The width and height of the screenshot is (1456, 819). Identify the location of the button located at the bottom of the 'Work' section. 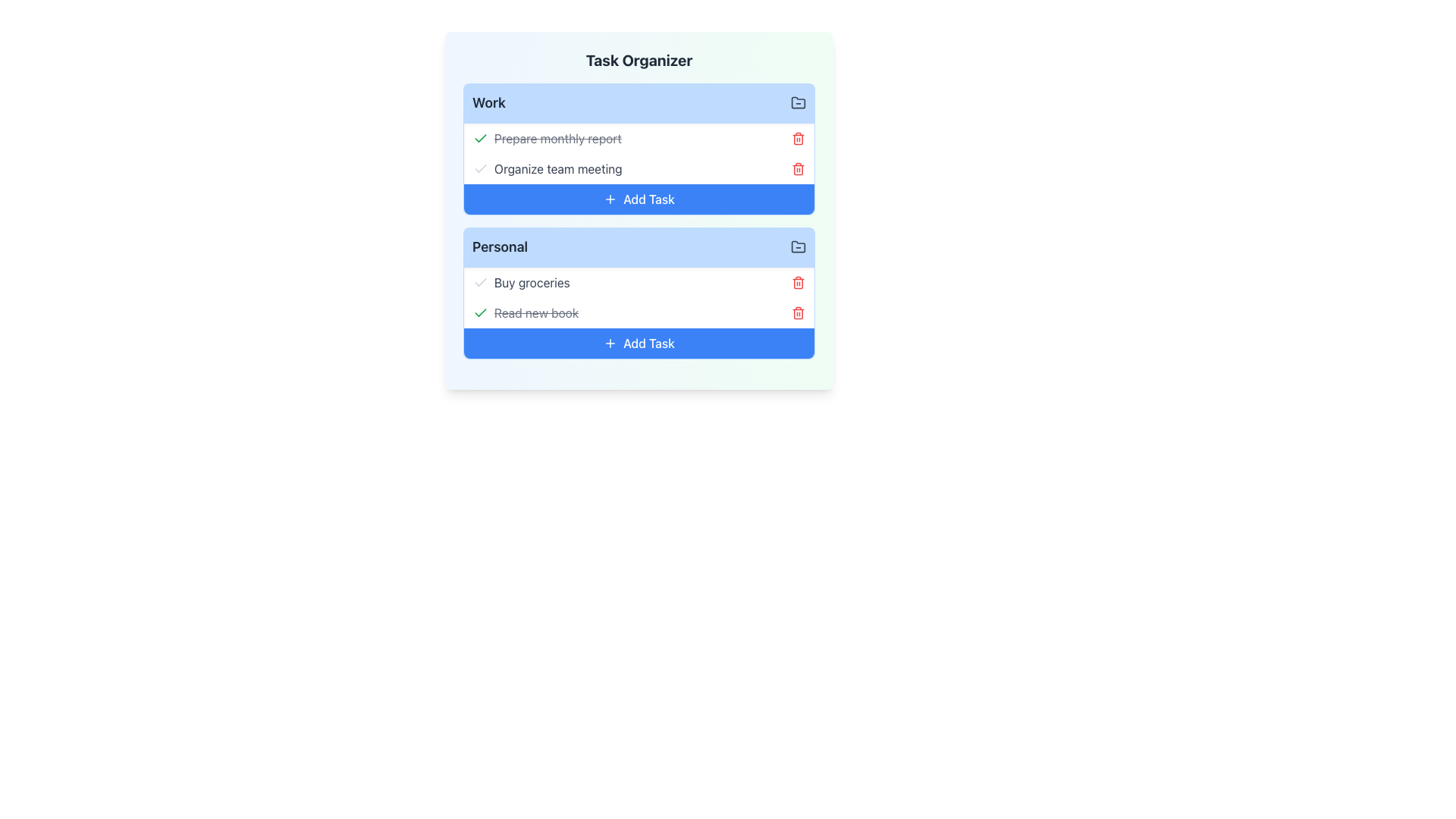
(639, 198).